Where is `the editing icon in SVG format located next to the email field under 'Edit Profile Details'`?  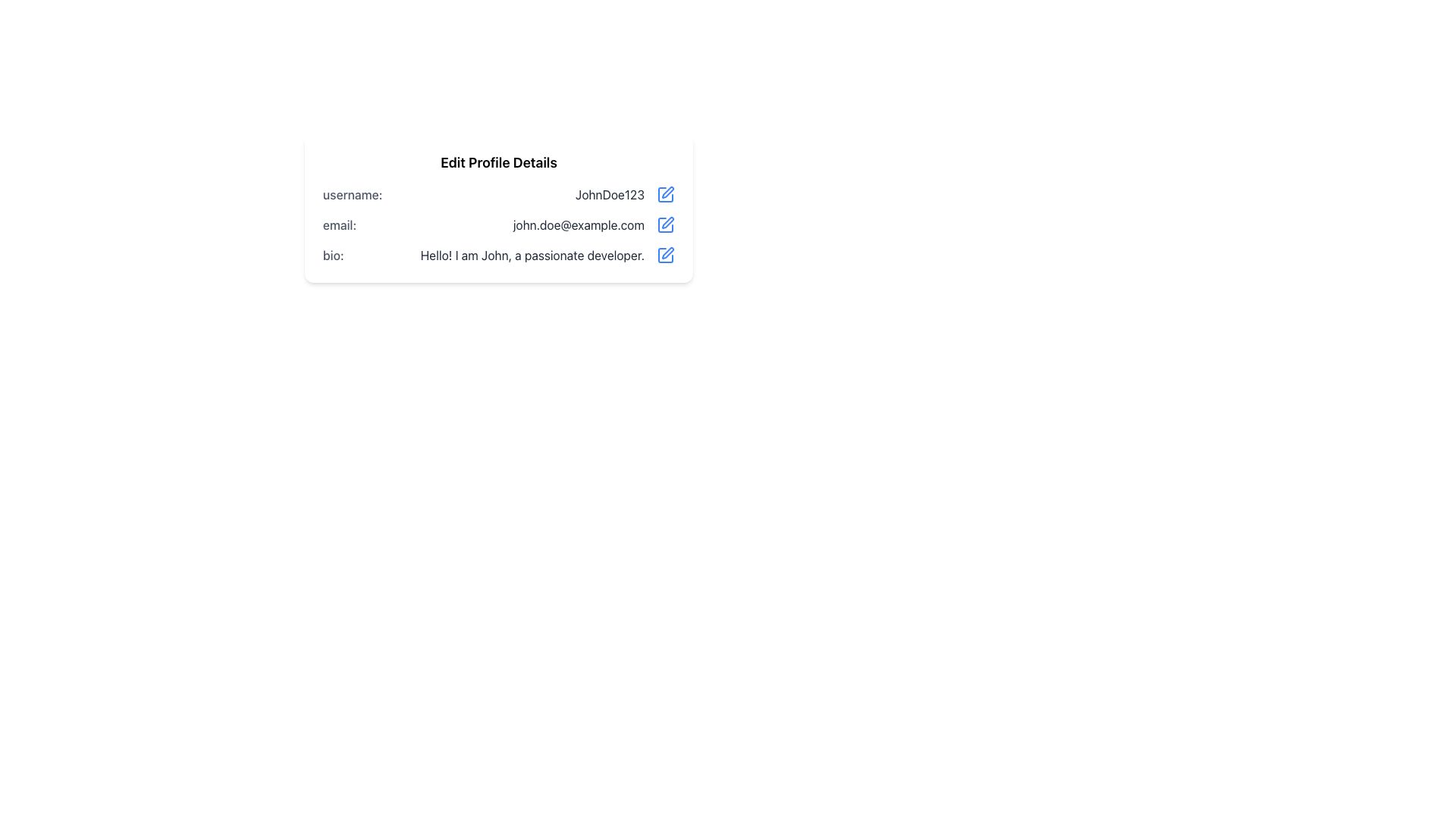
the editing icon in SVG format located next to the email field under 'Edit Profile Details' is located at coordinates (666, 225).